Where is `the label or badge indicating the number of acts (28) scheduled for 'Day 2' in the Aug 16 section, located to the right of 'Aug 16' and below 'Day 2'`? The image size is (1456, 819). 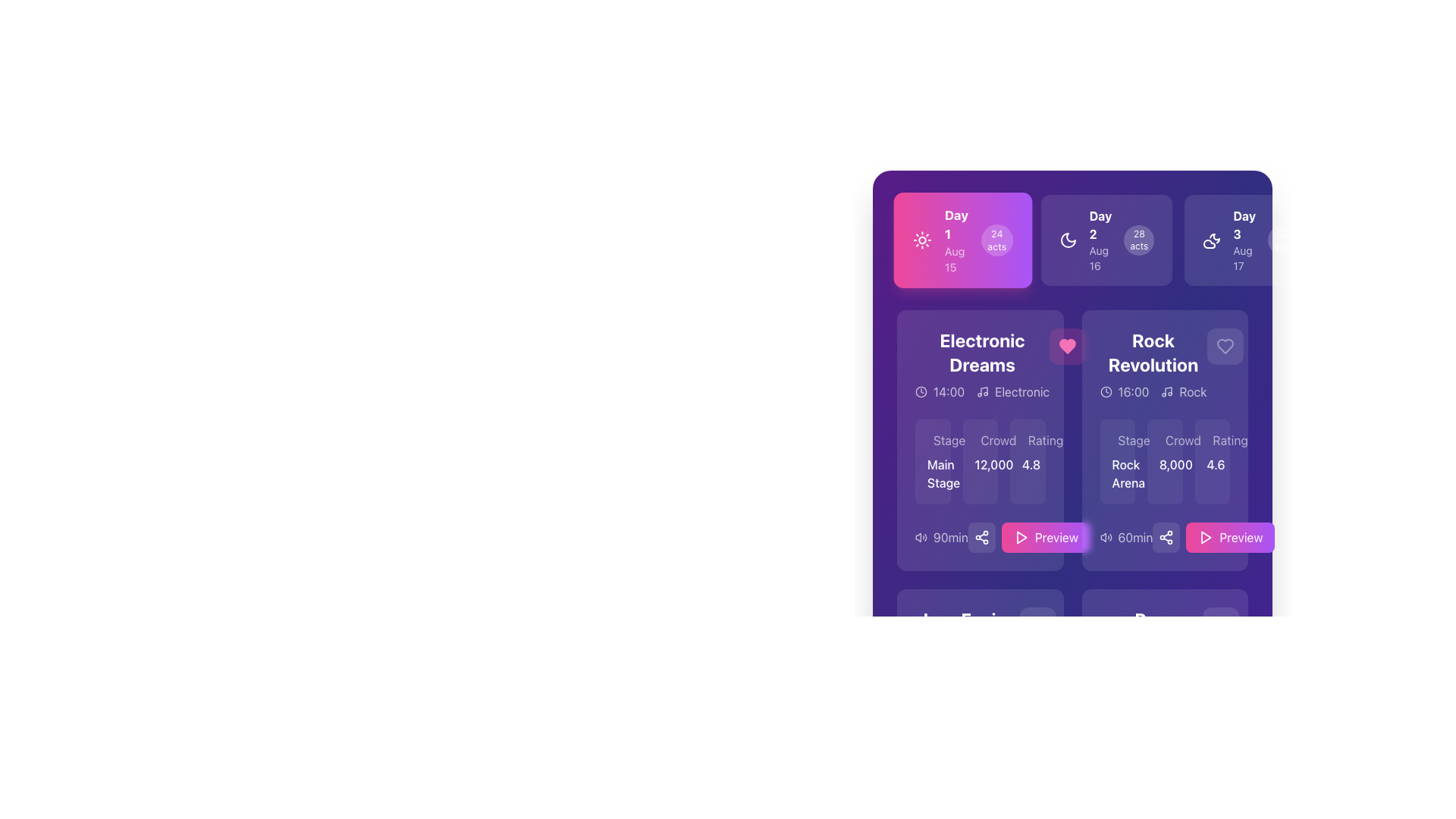 the label or badge indicating the number of acts (28) scheduled for 'Day 2' in the Aug 16 section, located to the right of 'Aug 16' and below 'Day 2' is located at coordinates (1139, 239).